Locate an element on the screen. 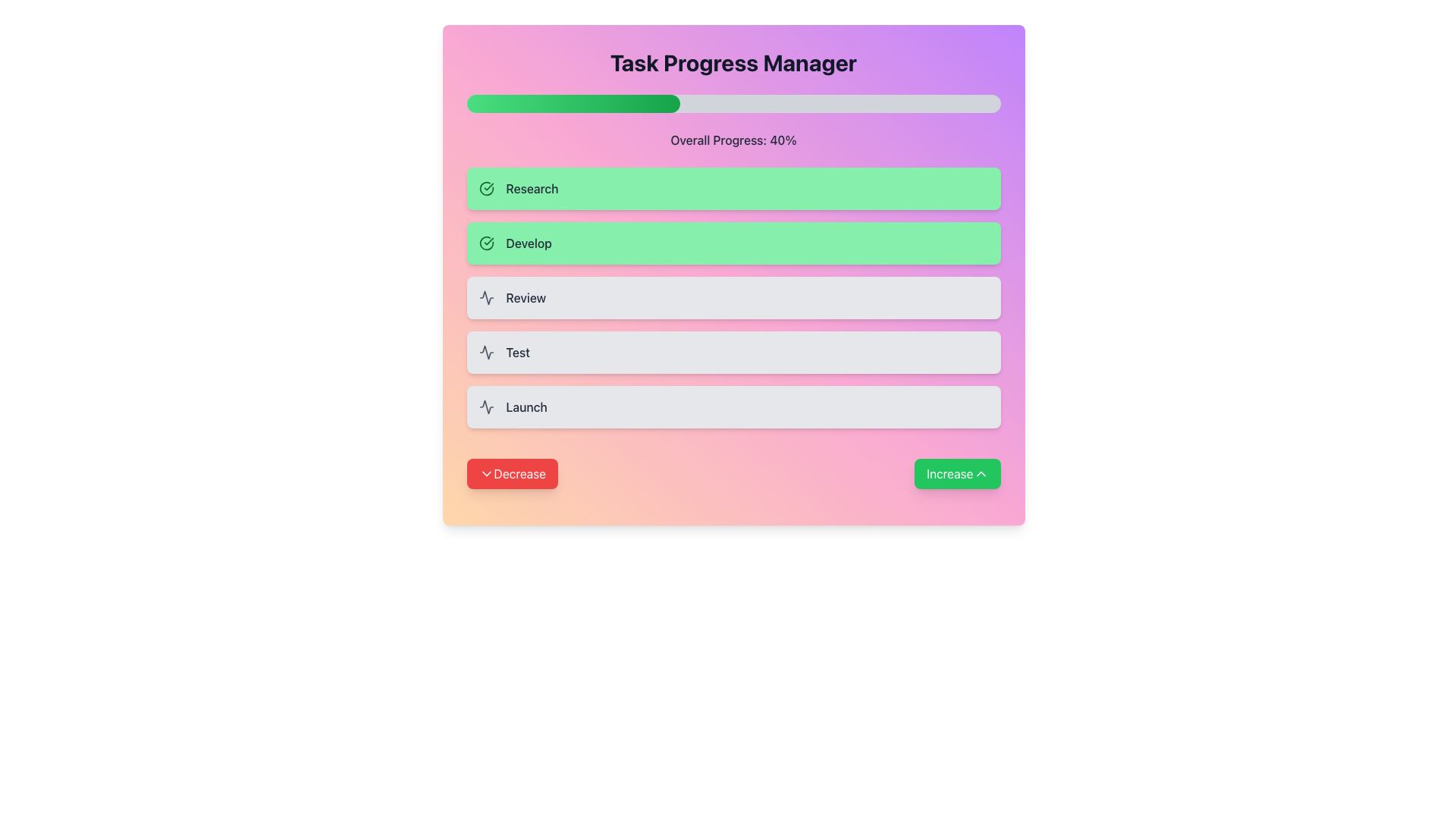 This screenshot has width=1456, height=819. the 'Research' milestone indicator button at the top of the task progress manager interface to interact with it is located at coordinates (733, 188).